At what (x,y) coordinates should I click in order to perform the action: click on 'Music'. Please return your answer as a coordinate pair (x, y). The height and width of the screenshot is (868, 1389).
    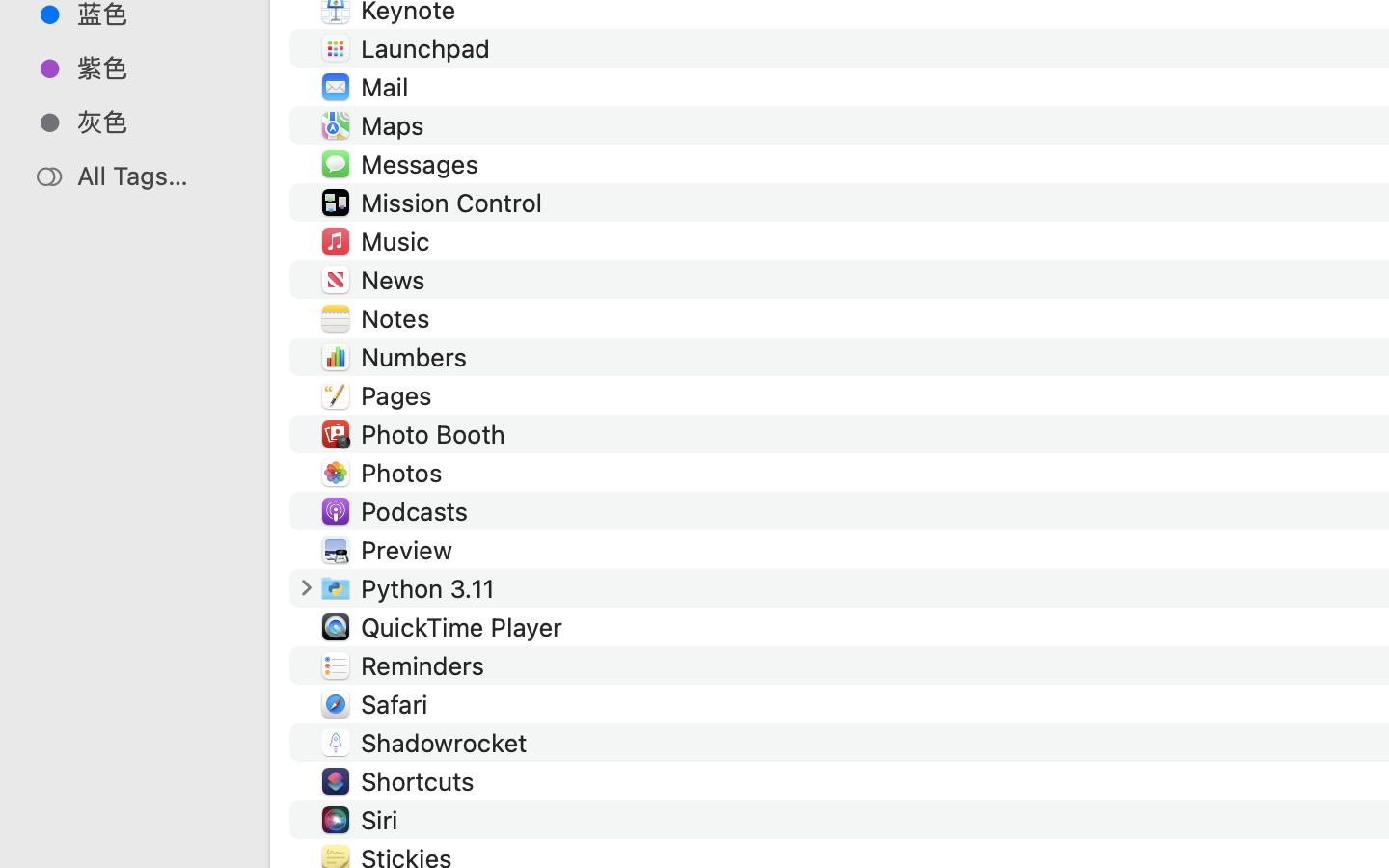
    Looking at the image, I should click on (397, 240).